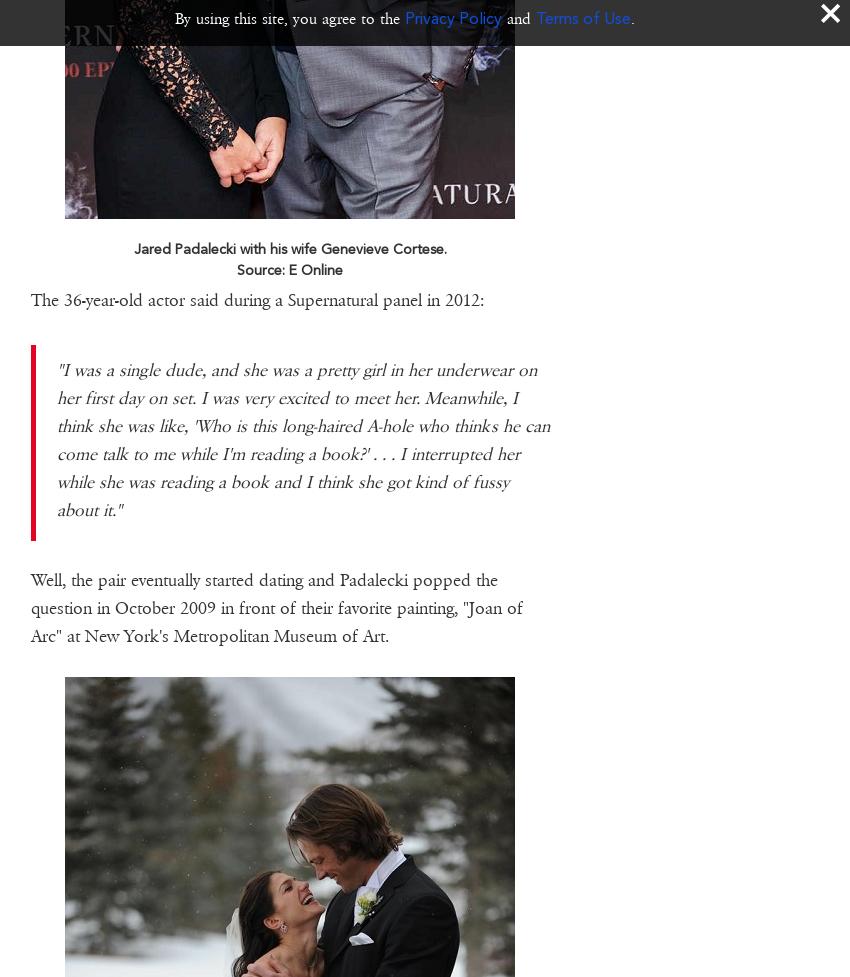  I want to click on '.', so click(631, 18).